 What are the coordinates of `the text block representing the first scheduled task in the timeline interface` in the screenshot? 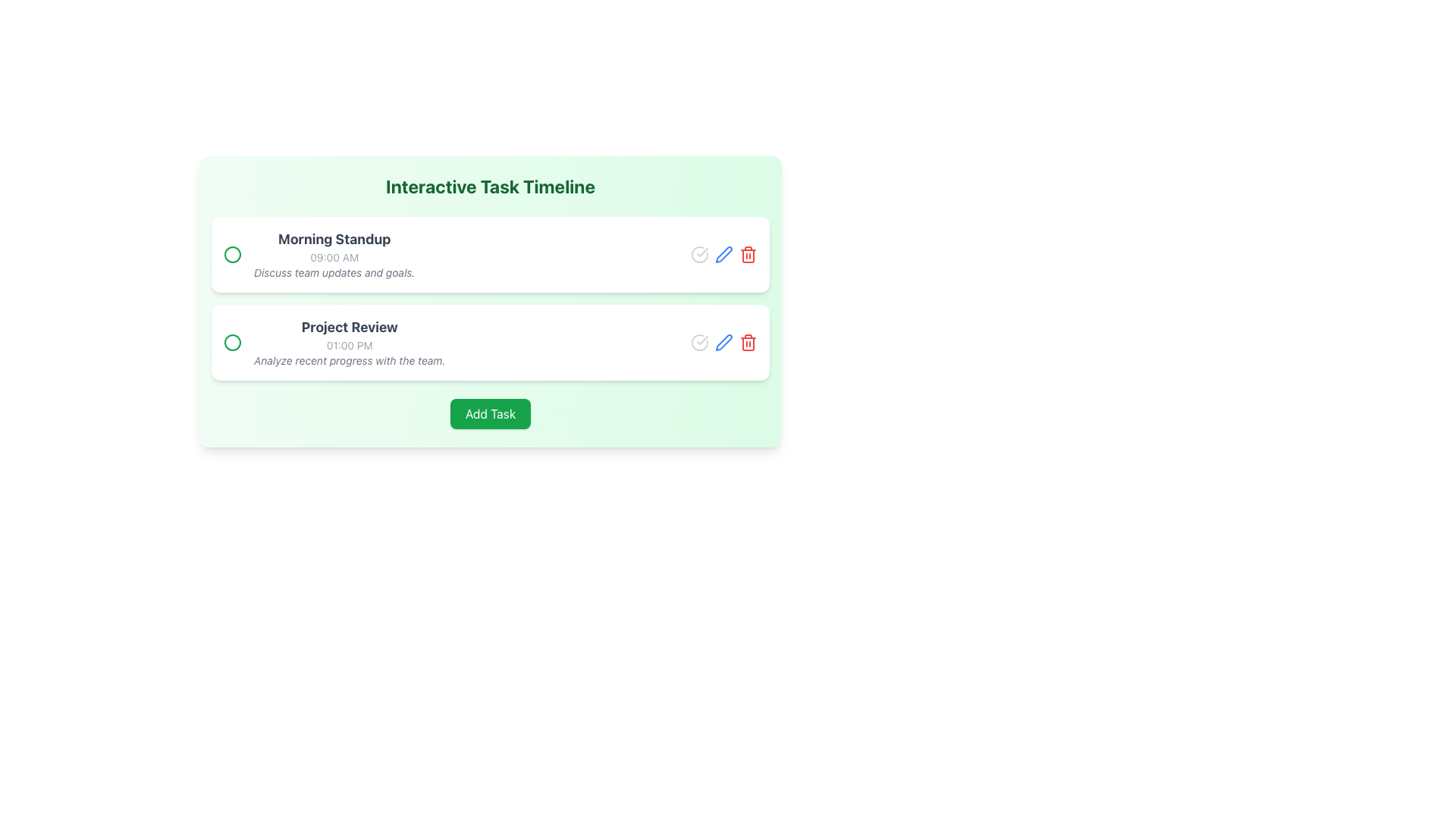 It's located at (334, 253).